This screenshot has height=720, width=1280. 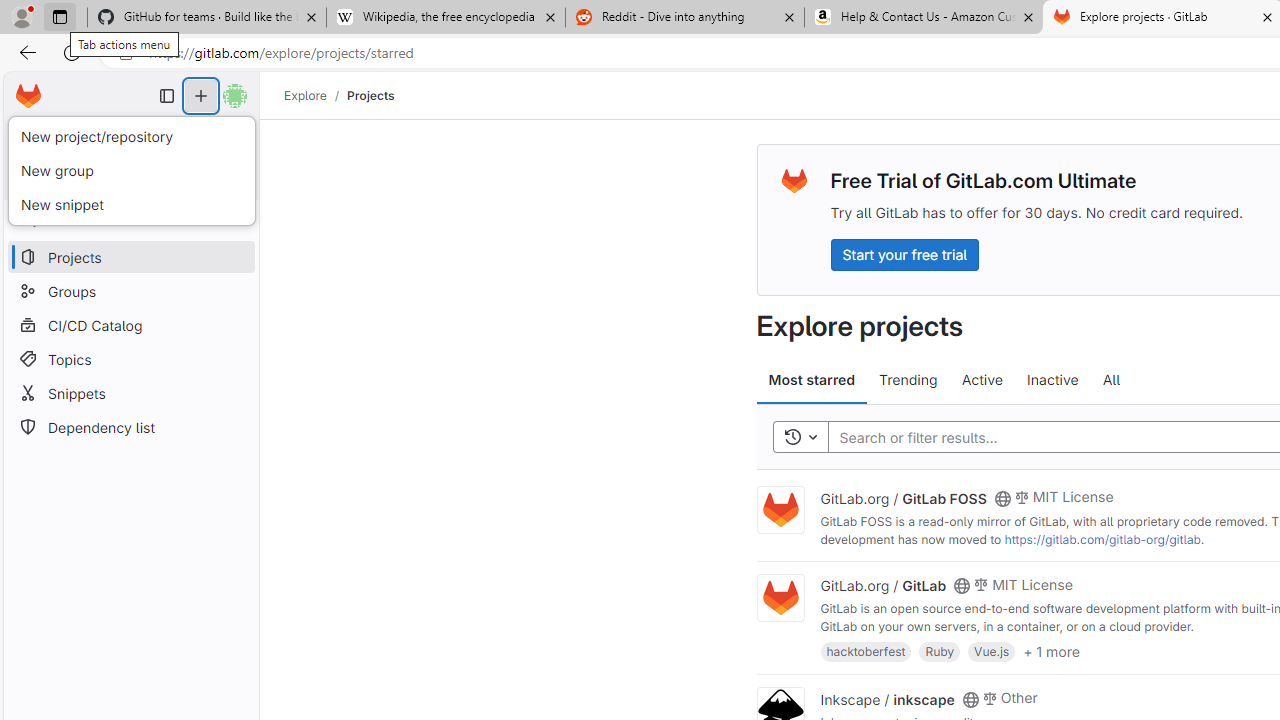 I want to click on 'Snippets', so click(x=130, y=393).